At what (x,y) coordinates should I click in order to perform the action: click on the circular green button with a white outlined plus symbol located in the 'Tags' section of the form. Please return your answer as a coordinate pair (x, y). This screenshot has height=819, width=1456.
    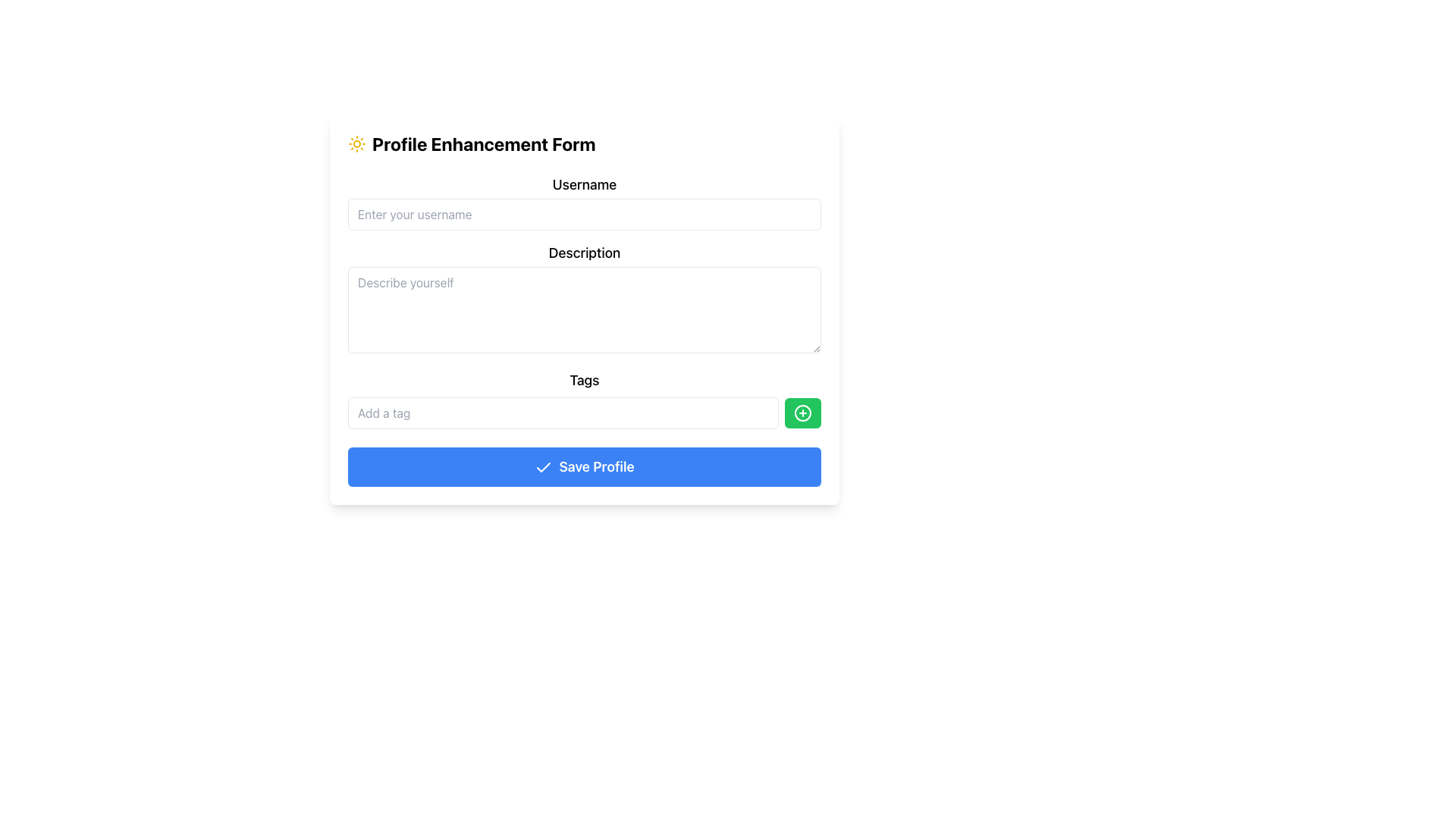
    Looking at the image, I should click on (802, 413).